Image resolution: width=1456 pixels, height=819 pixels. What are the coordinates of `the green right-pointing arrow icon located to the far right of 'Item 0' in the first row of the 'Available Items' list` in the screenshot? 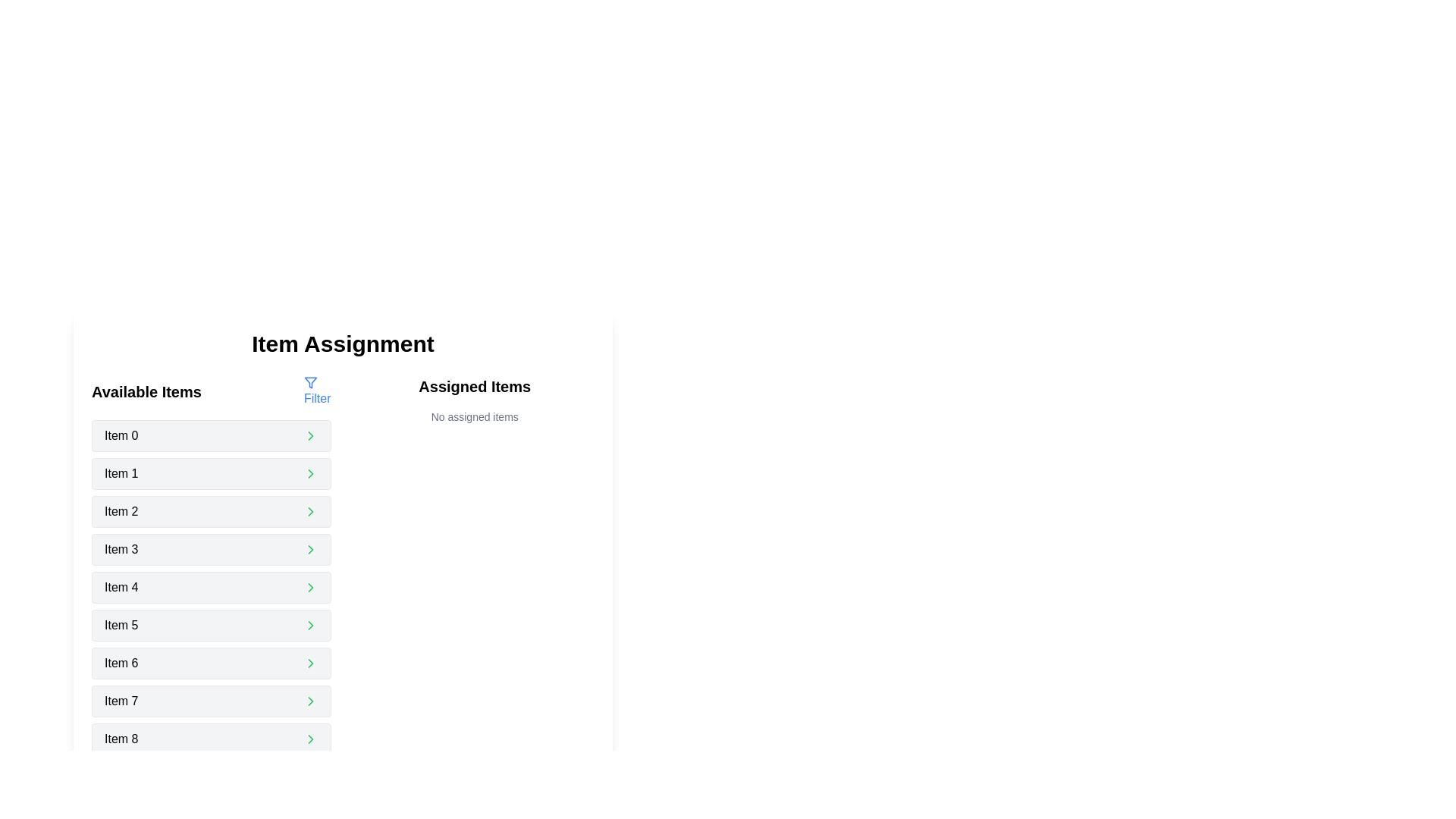 It's located at (309, 435).